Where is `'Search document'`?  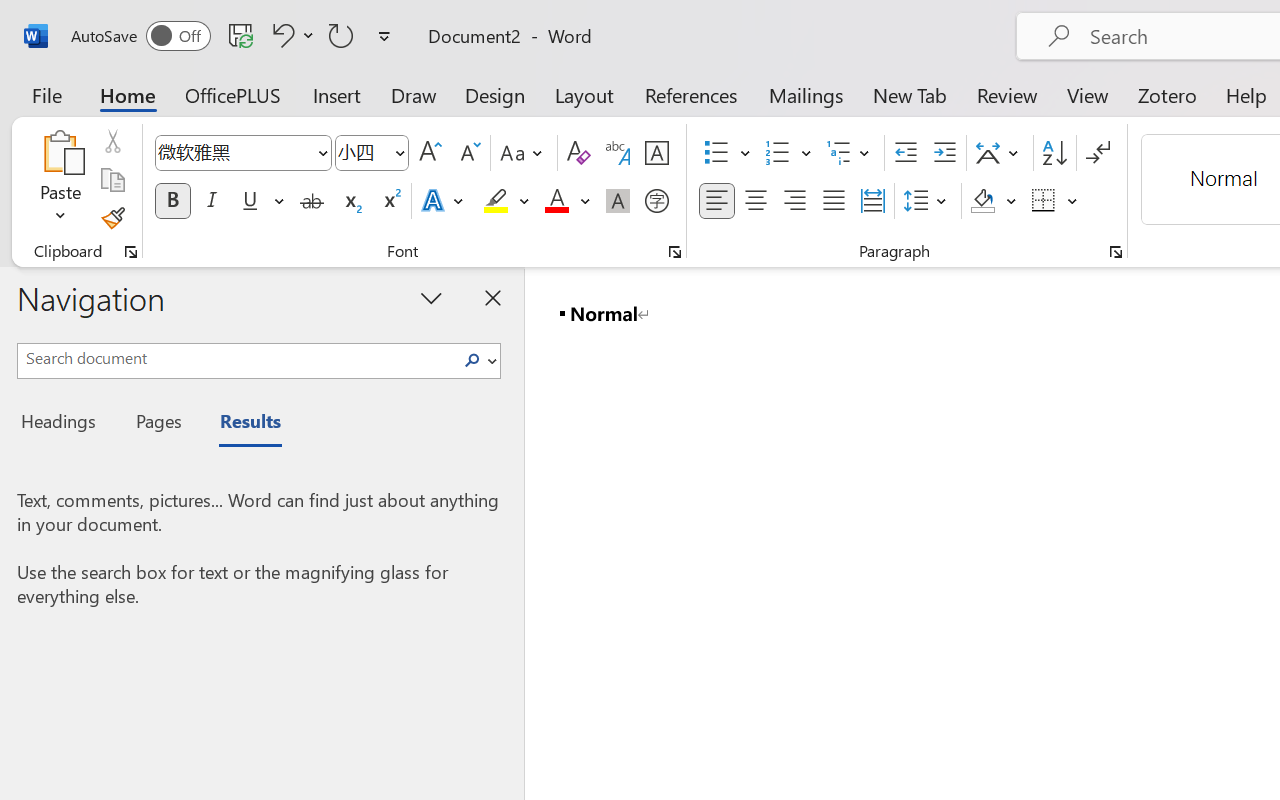 'Search document' is located at coordinates (237, 358).